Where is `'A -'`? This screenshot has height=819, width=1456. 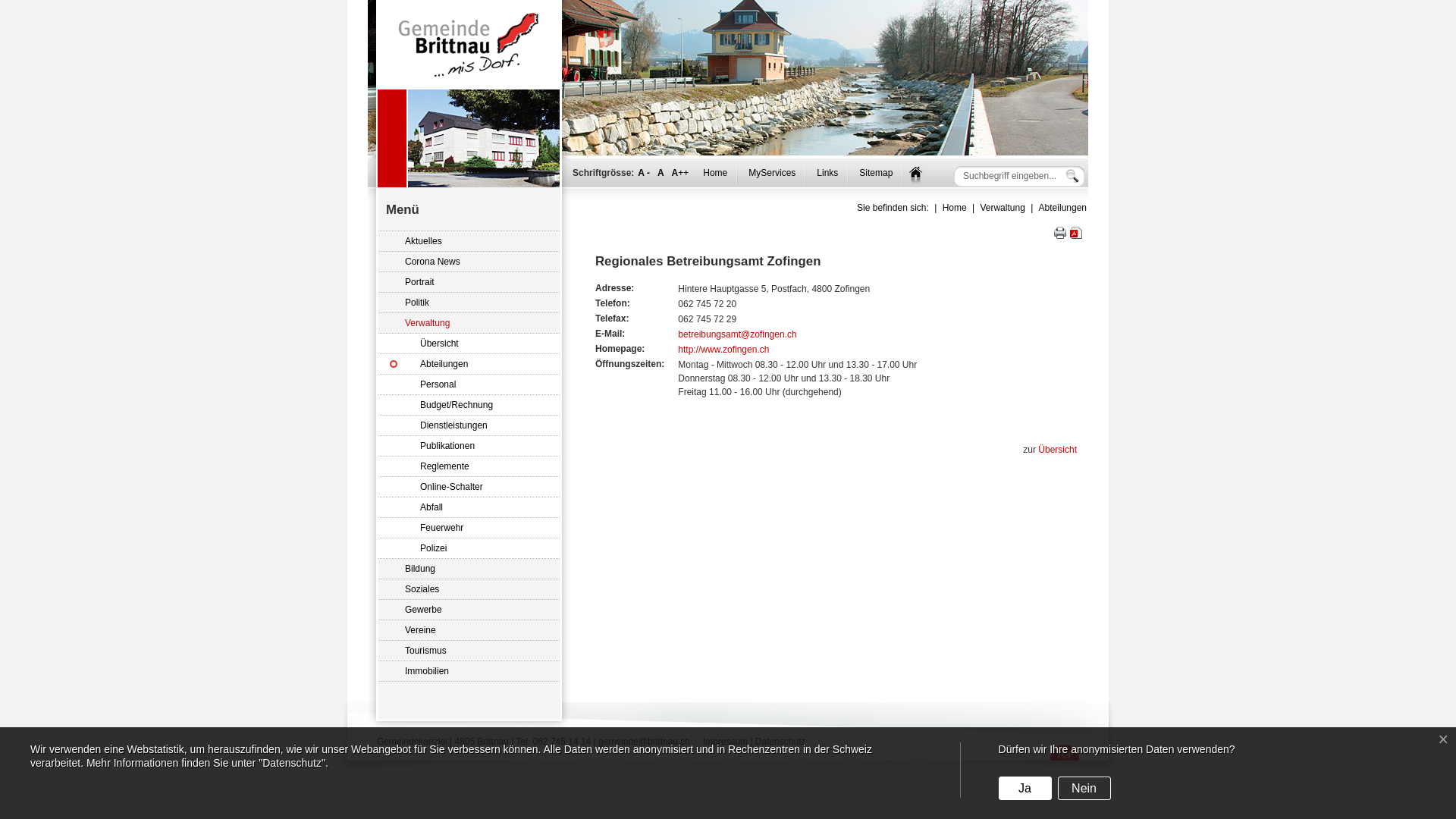
'A -' is located at coordinates (644, 171).